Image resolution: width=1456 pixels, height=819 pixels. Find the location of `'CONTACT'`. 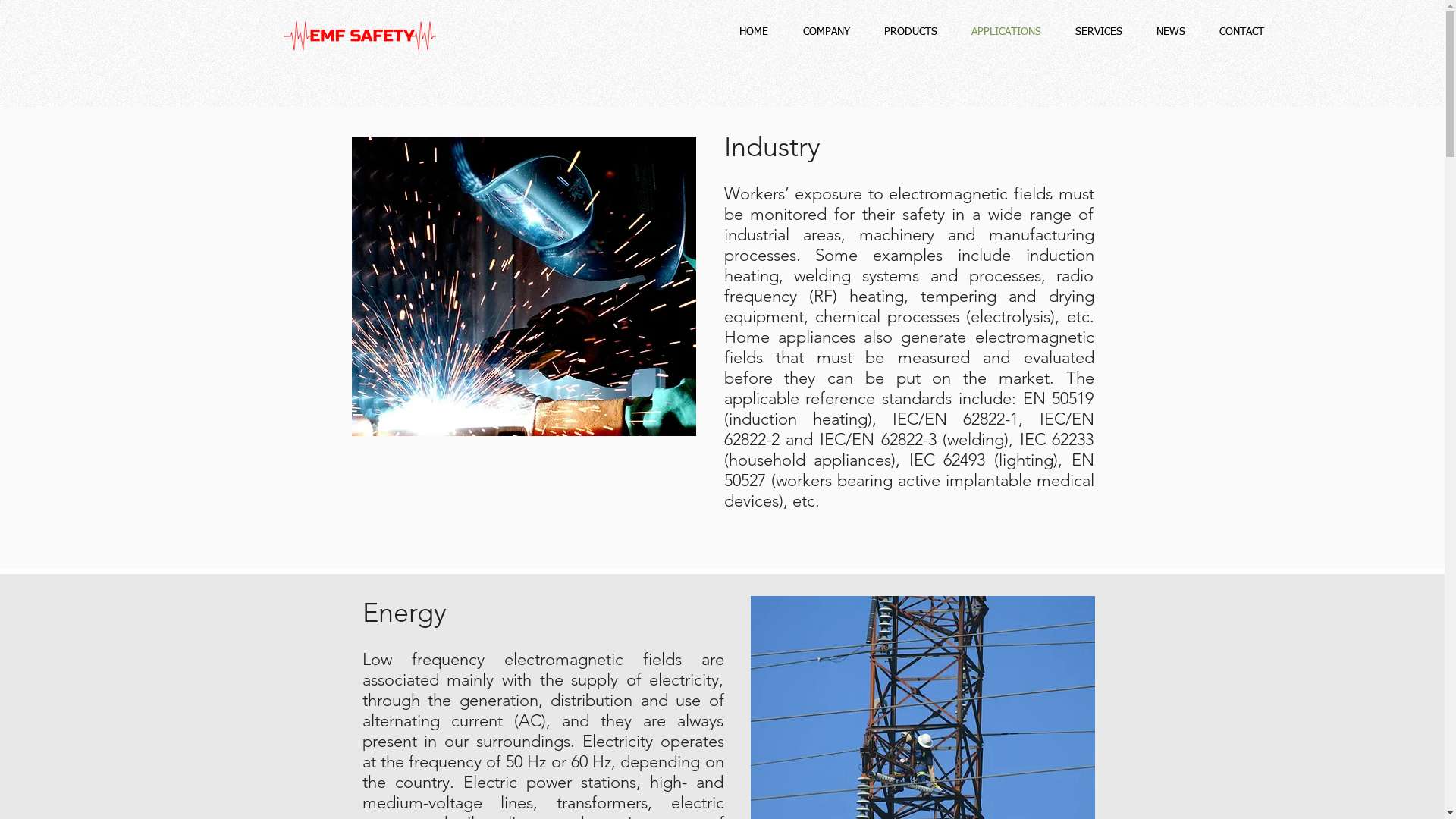

'CONTACT' is located at coordinates (1241, 32).